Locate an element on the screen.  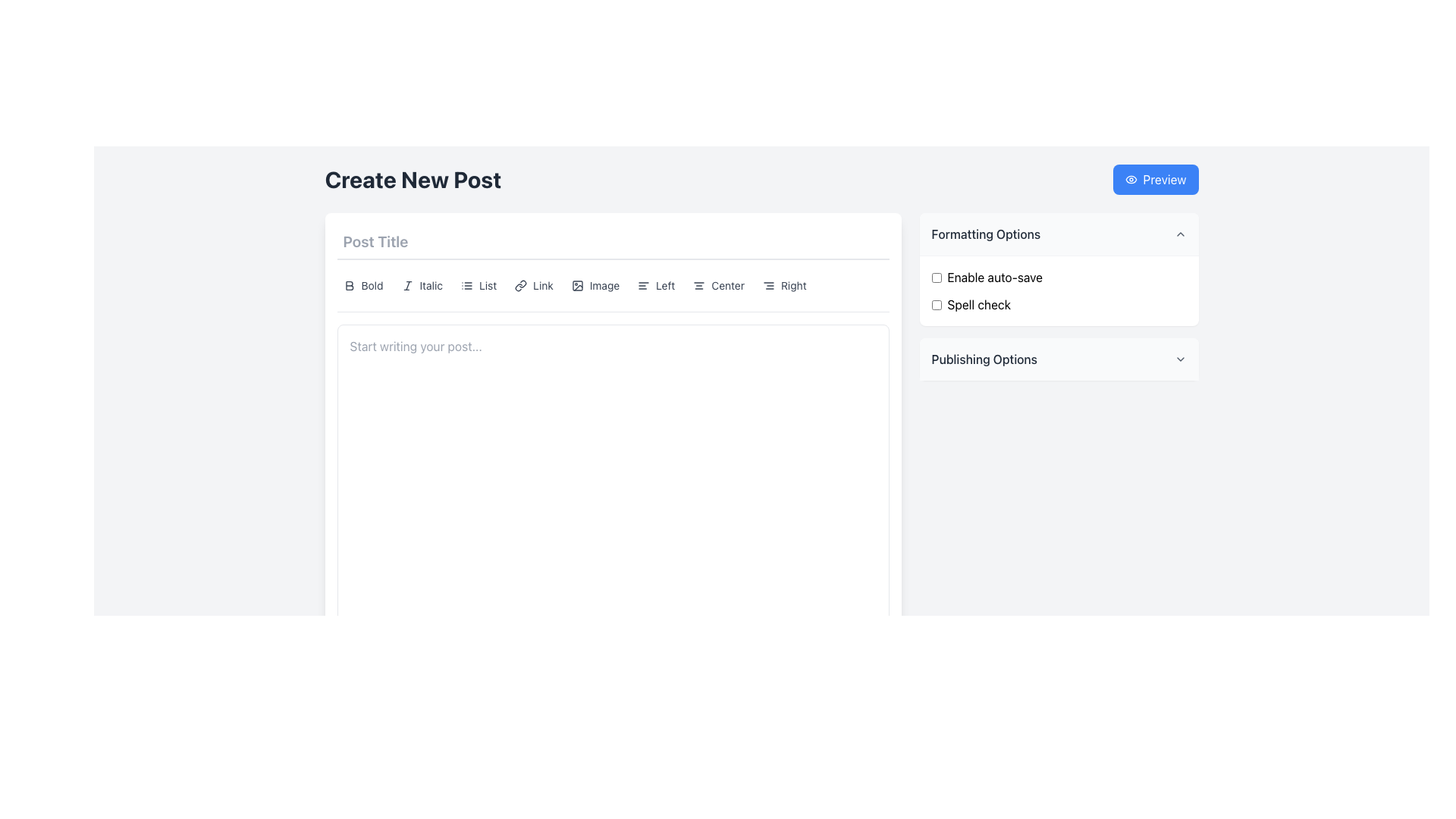
the checkbox labeled 'Spell check' is located at coordinates (1058, 290).